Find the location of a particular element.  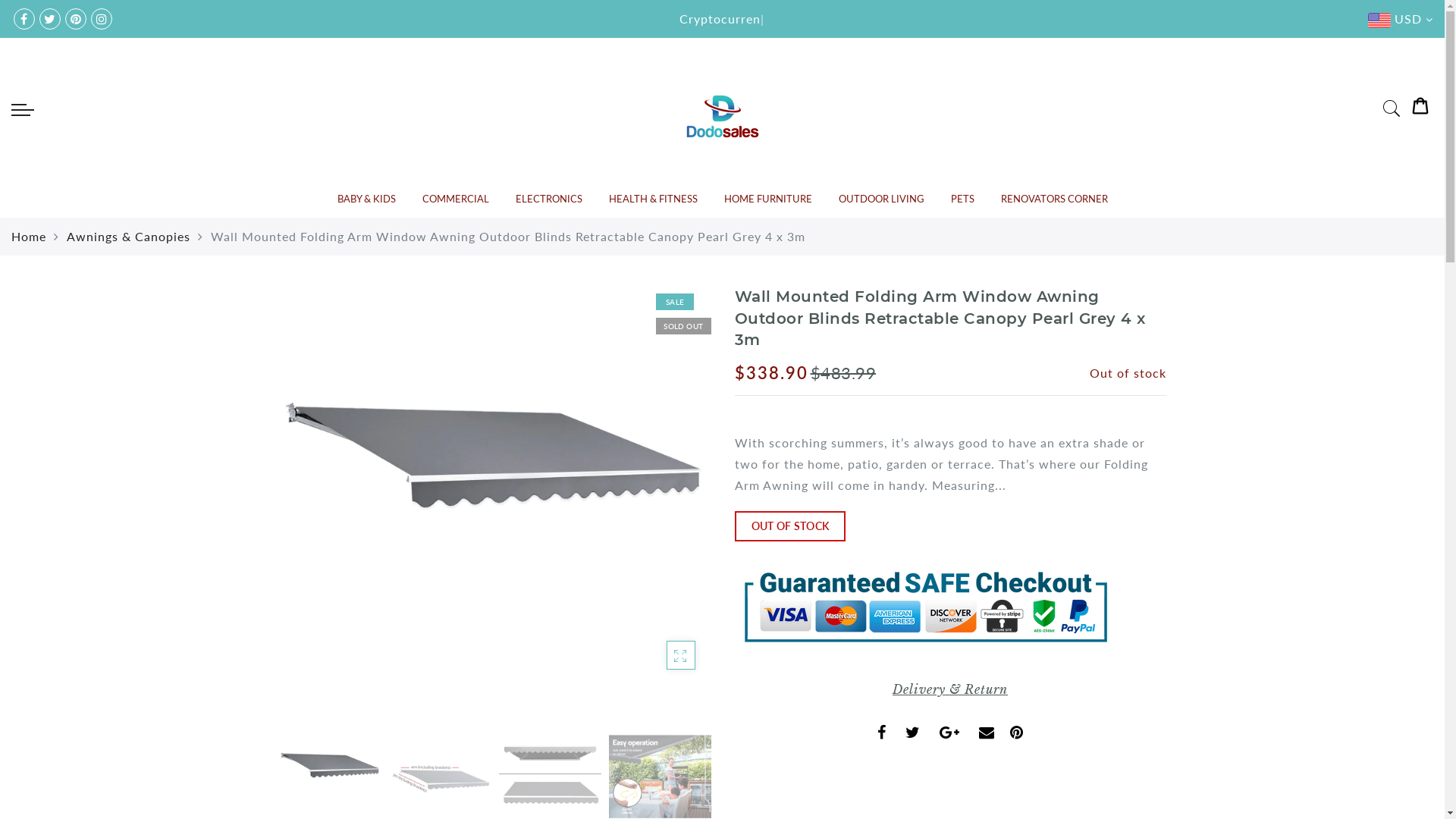

'OUTDOOR LIVING' is located at coordinates (881, 198).